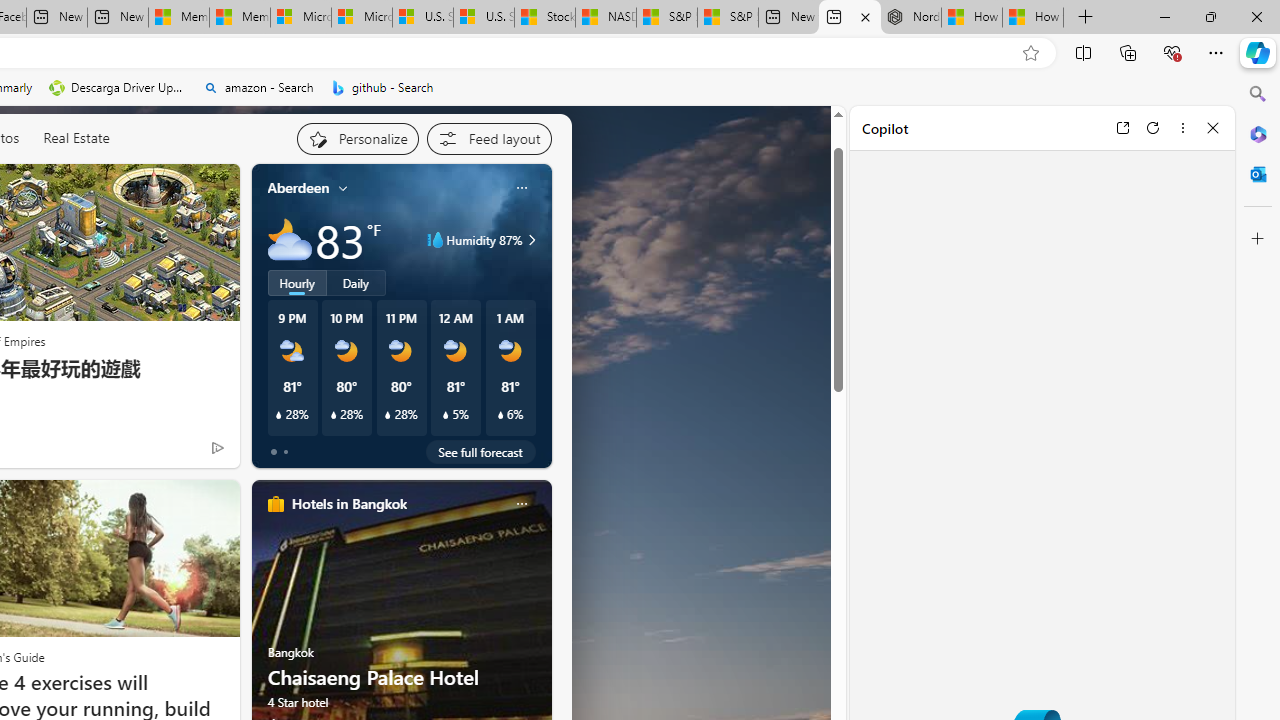  Describe the element at coordinates (726, 17) in the screenshot. I see `'S&P 500, Nasdaq end lower, weighed by Nvidia dip | Watch'` at that location.